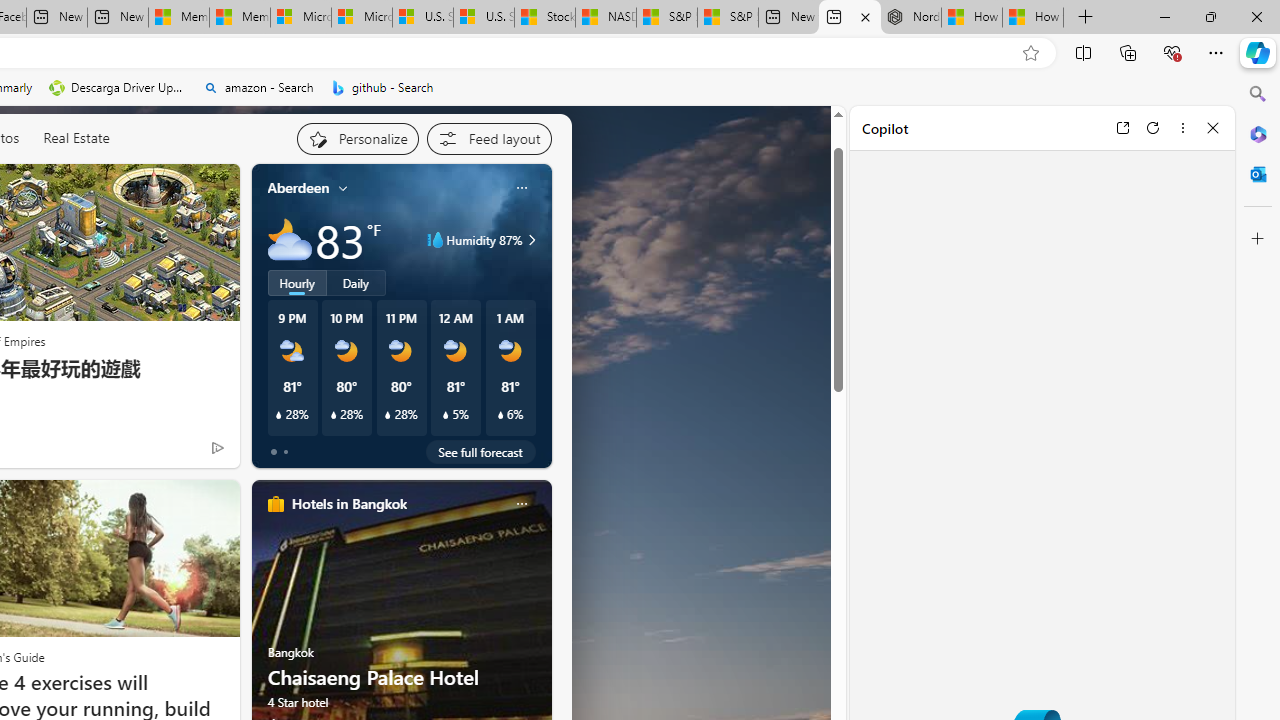  Describe the element at coordinates (726, 17) in the screenshot. I see `'S&P 500, Nasdaq end lower, weighed by Nvidia dip | Watch'` at that location.